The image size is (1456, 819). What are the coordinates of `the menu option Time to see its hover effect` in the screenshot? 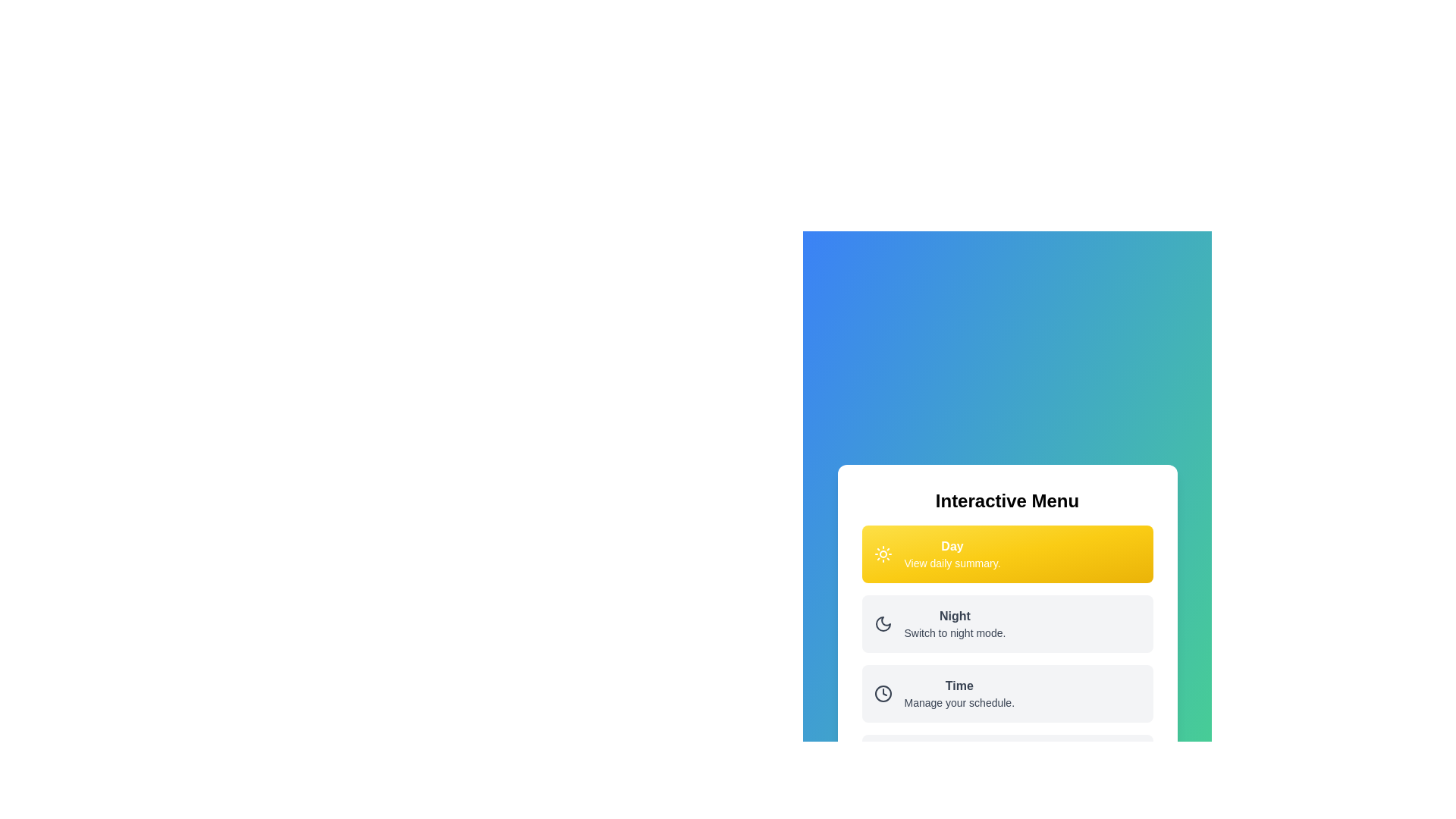 It's located at (1007, 693).